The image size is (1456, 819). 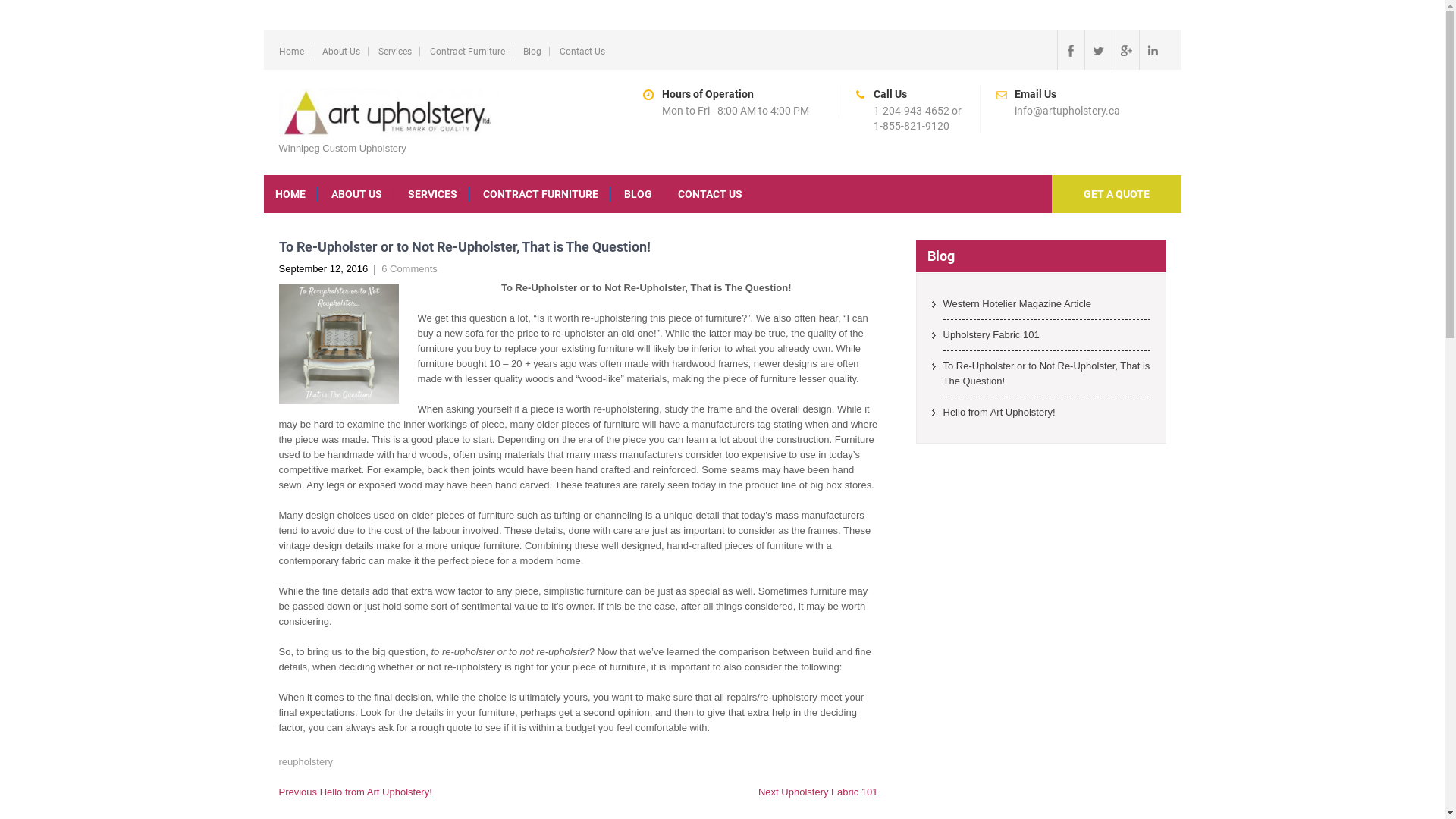 What do you see at coordinates (1069, 49) in the screenshot?
I see `'facebook'` at bounding box center [1069, 49].